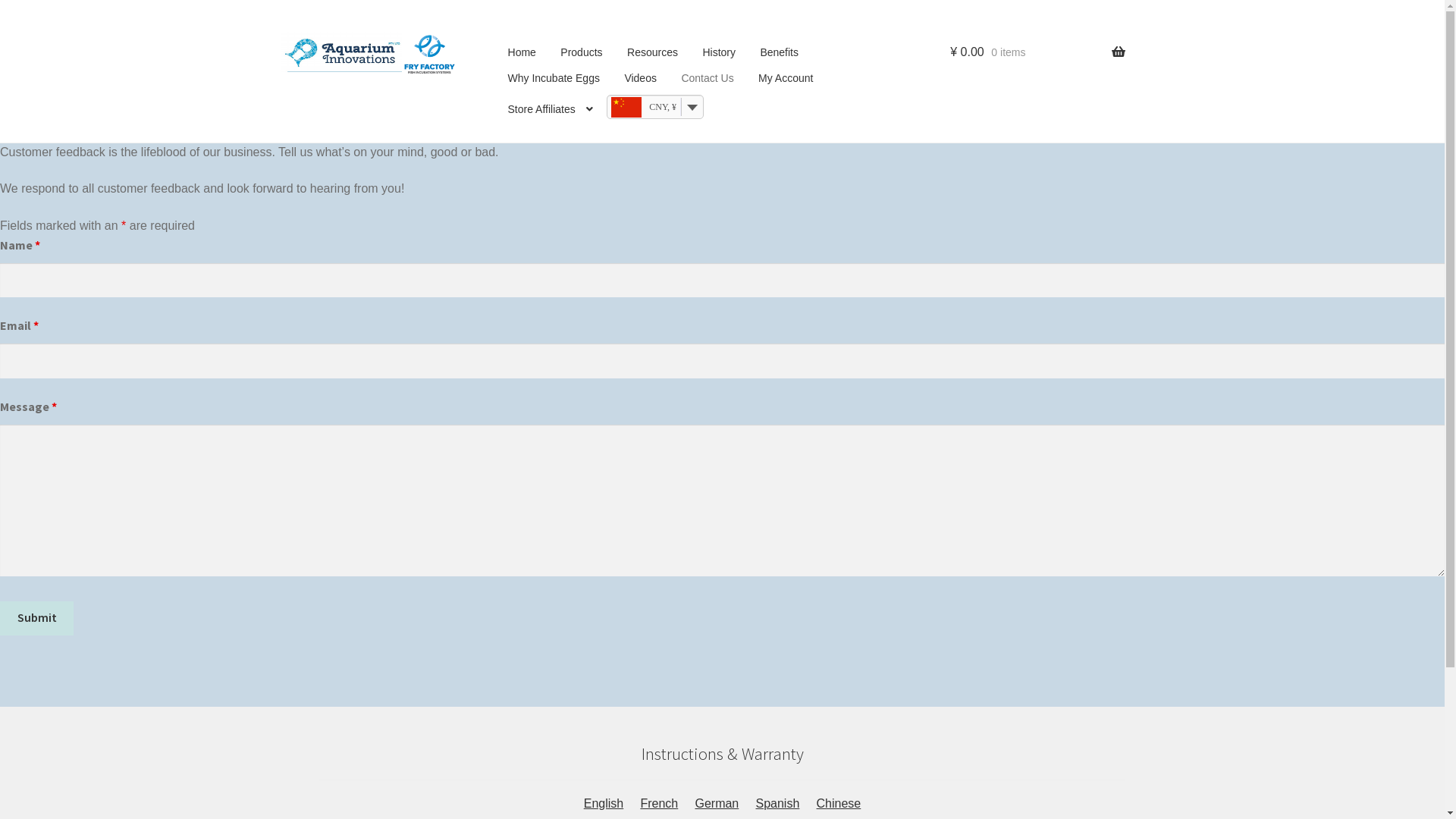 This screenshot has height=819, width=1456. What do you see at coordinates (36, 617) in the screenshot?
I see `'Submit'` at bounding box center [36, 617].